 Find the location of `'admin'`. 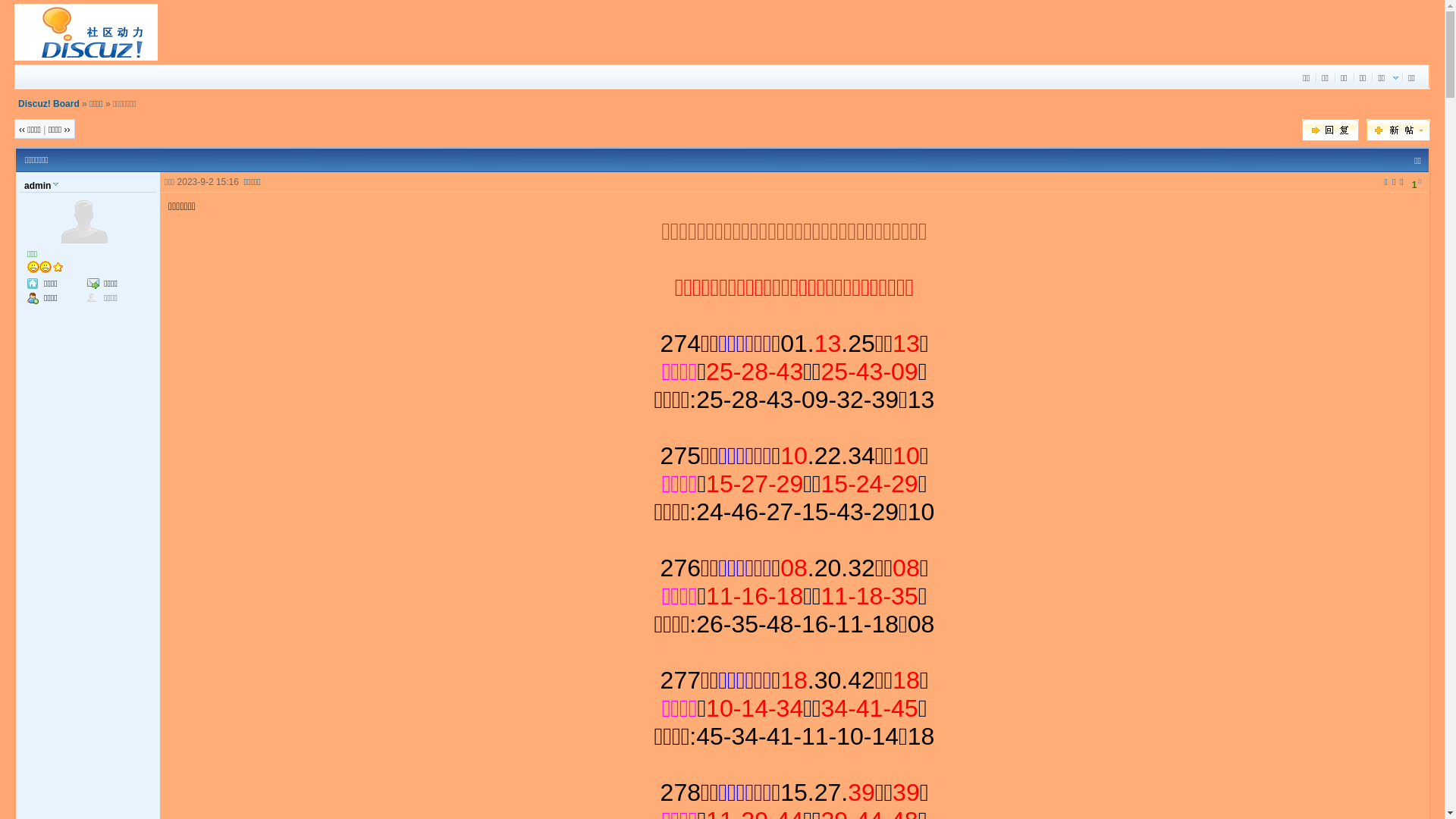

'admin' is located at coordinates (19, 183).